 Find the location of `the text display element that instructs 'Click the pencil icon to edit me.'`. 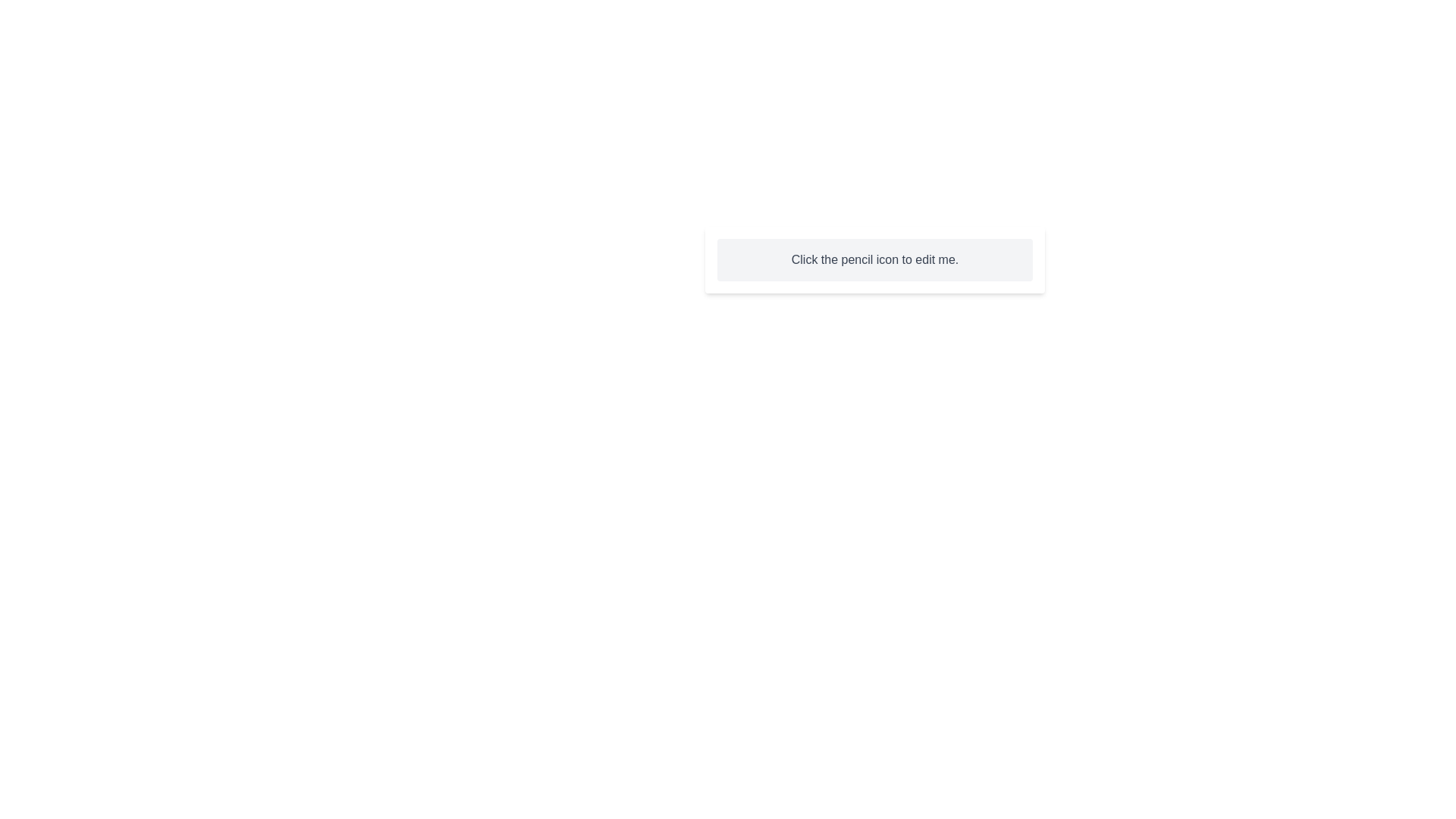

the text display element that instructs 'Click the pencil icon to edit me.' is located at coordinates (874, 259).